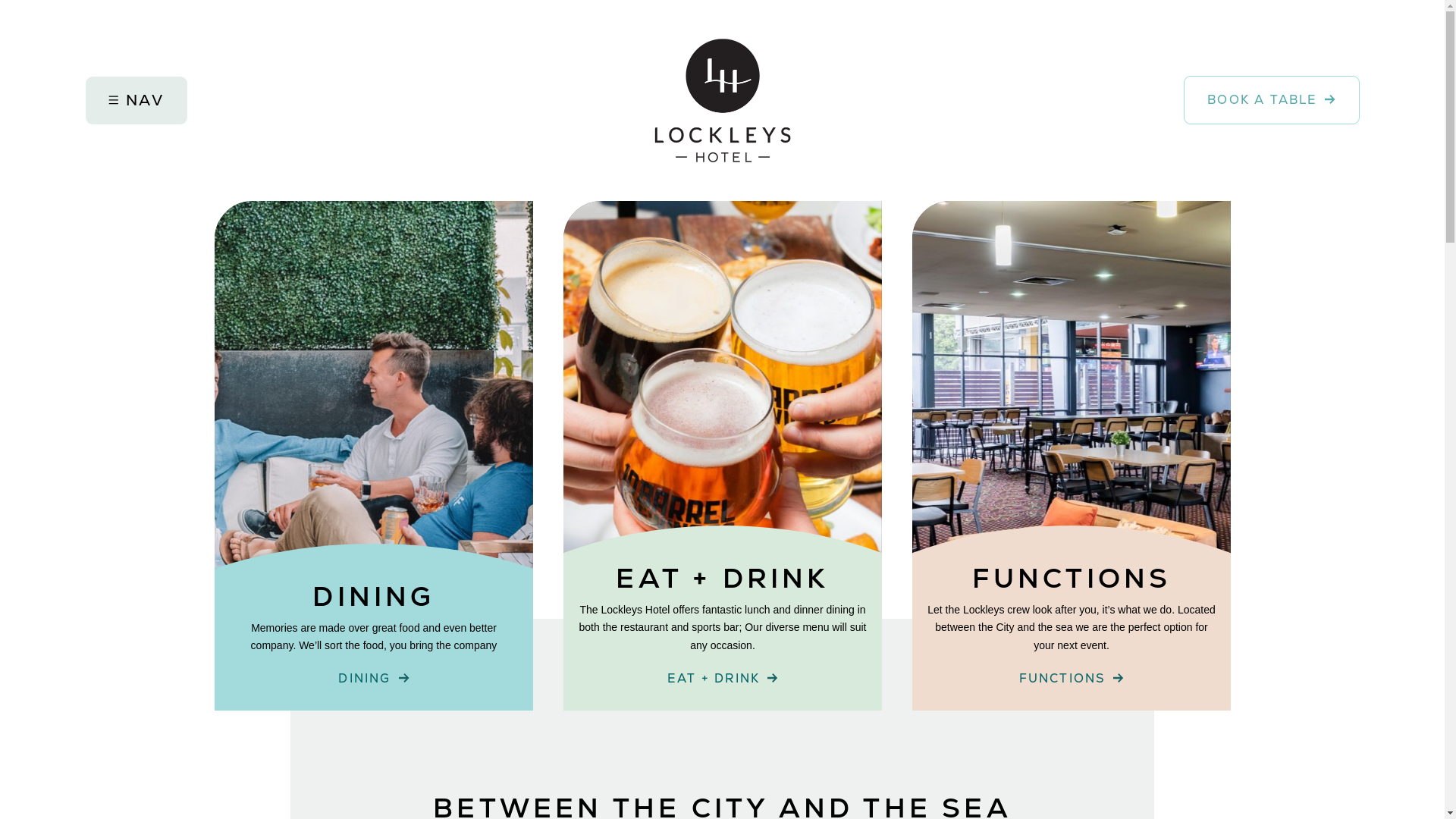 This screenshot has width=1456, height=819. I want to click on 'Lockleys Hotel', so click(654, 100).